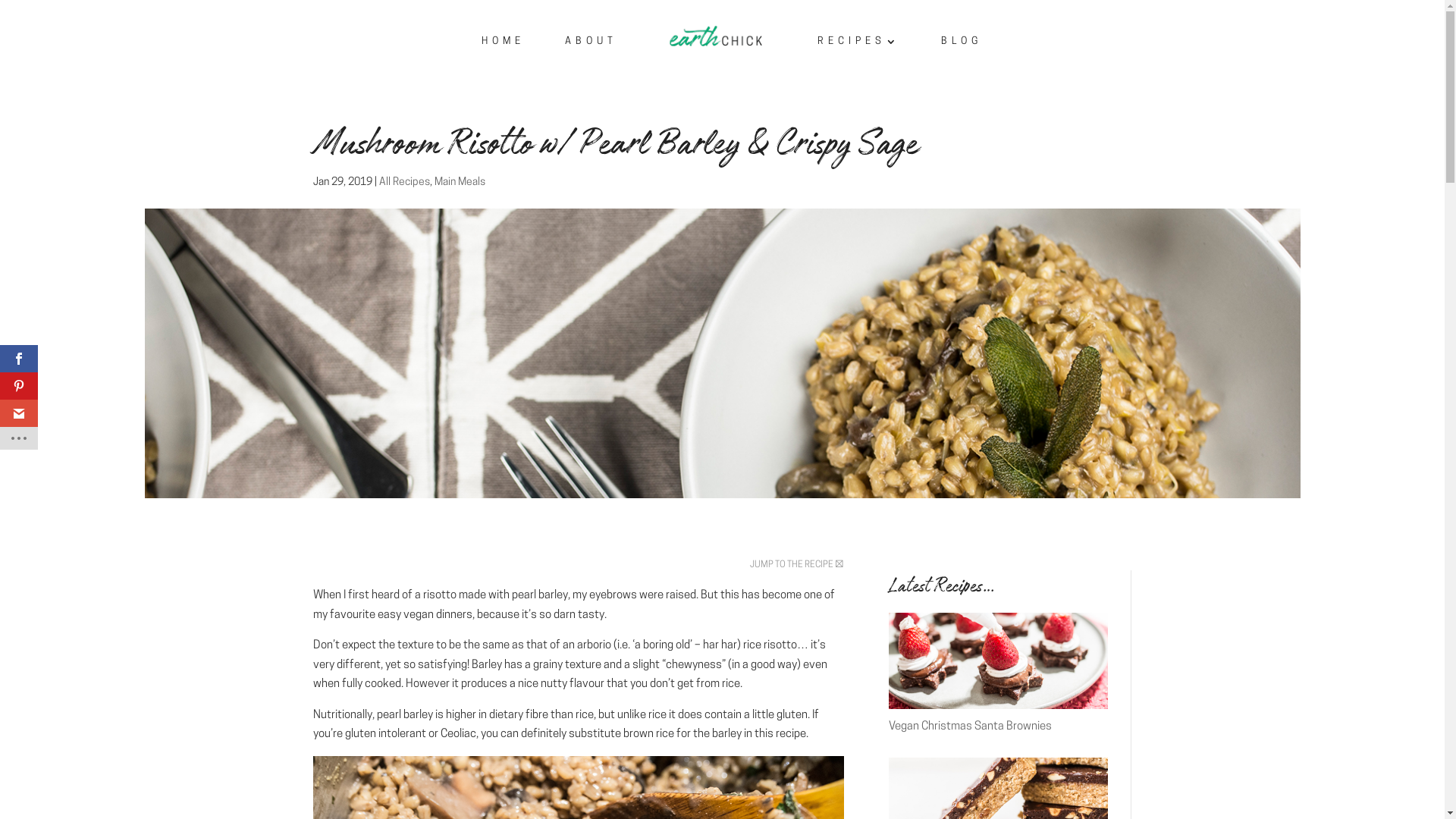  What do you see at coordinates (960, 53) in the screenshot?
I see `'BLOG'` at bounding box center [960, 53].